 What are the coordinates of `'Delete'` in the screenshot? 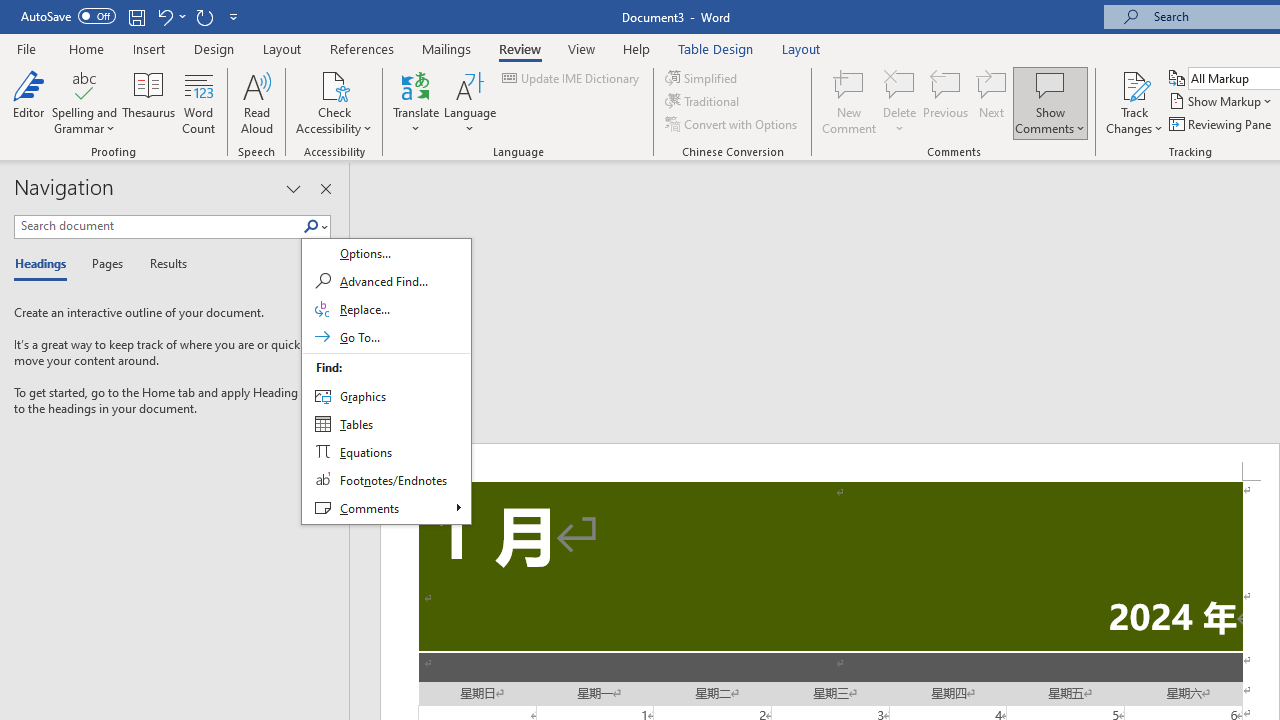 It's located at (899, 84).